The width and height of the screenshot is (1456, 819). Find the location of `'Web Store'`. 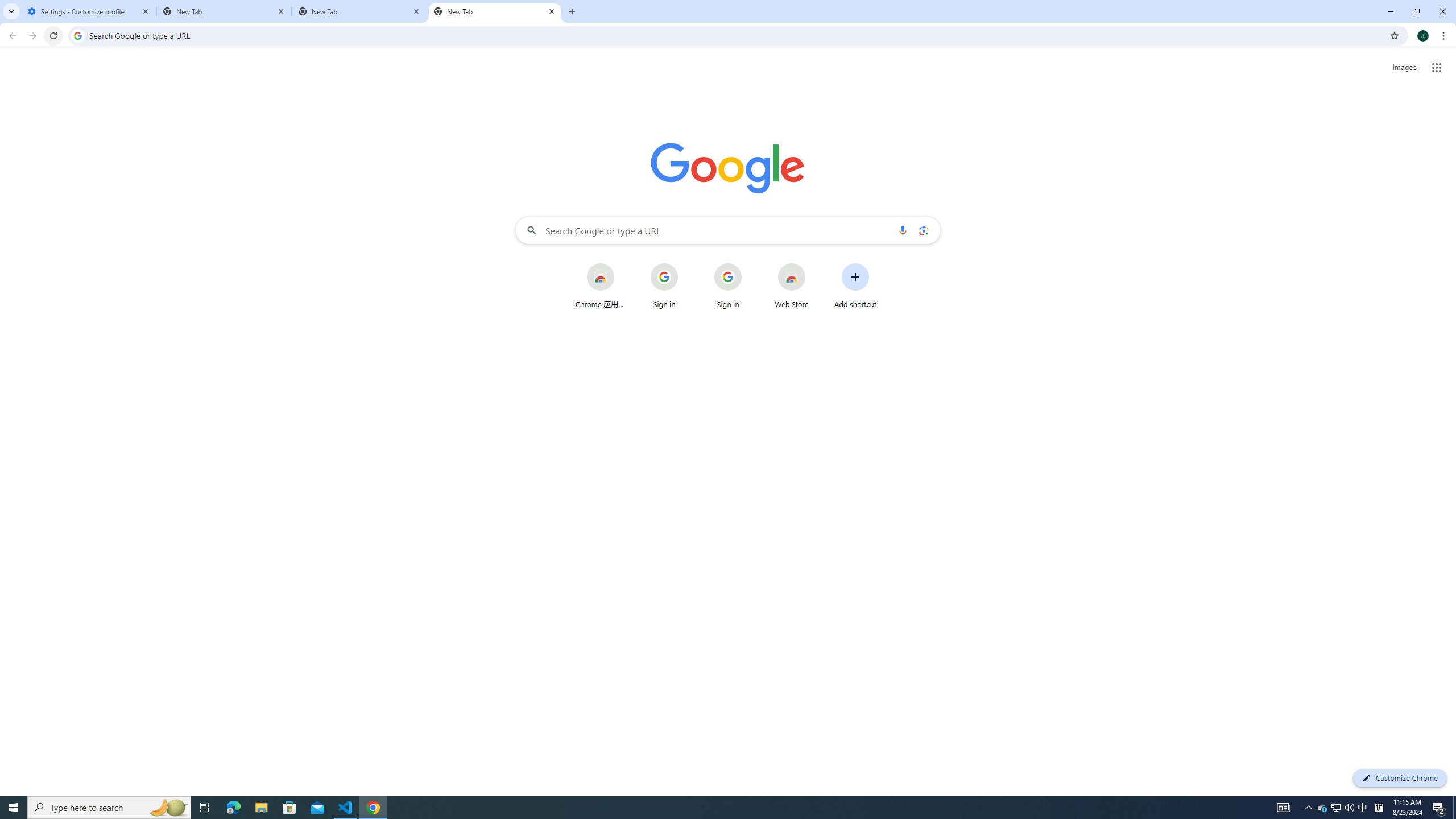

'Web Store' is located at coordinates (791, 285).